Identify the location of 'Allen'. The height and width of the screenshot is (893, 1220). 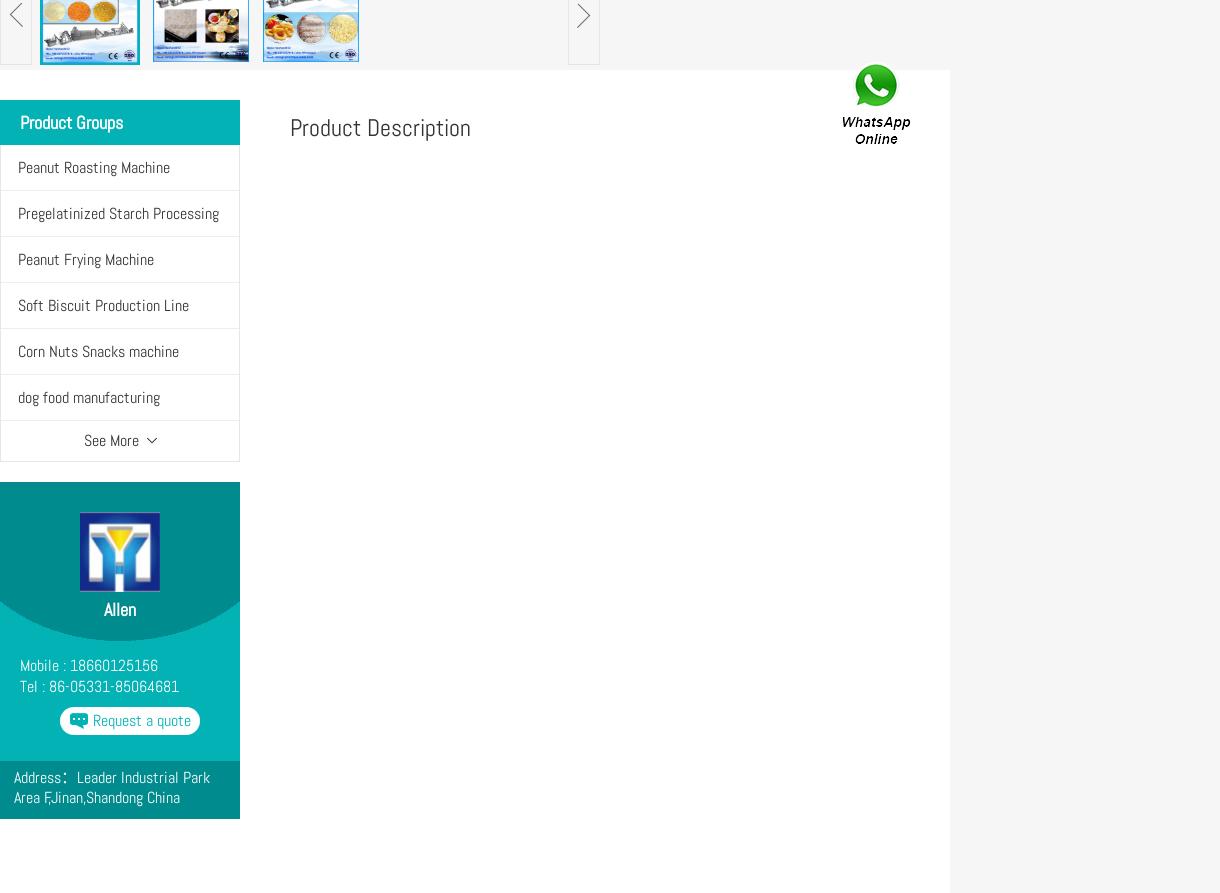
(120, 609).